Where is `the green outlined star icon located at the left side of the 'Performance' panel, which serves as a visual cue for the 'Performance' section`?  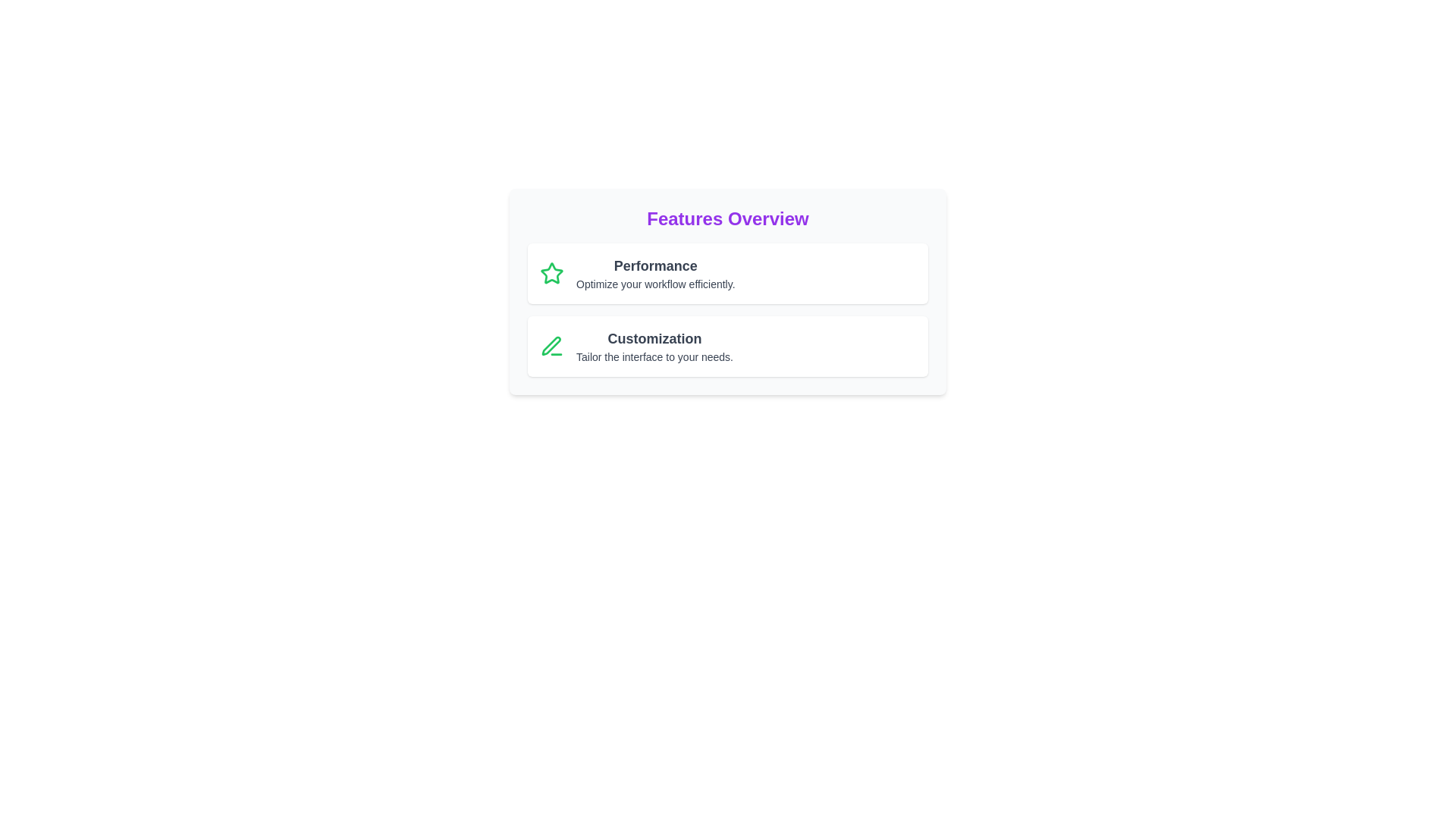
the green outlined star icon located at the left side of the 'Performance' panel, which serves as a visual cue for the 'Performance' section is located at coordinates (551, 274).